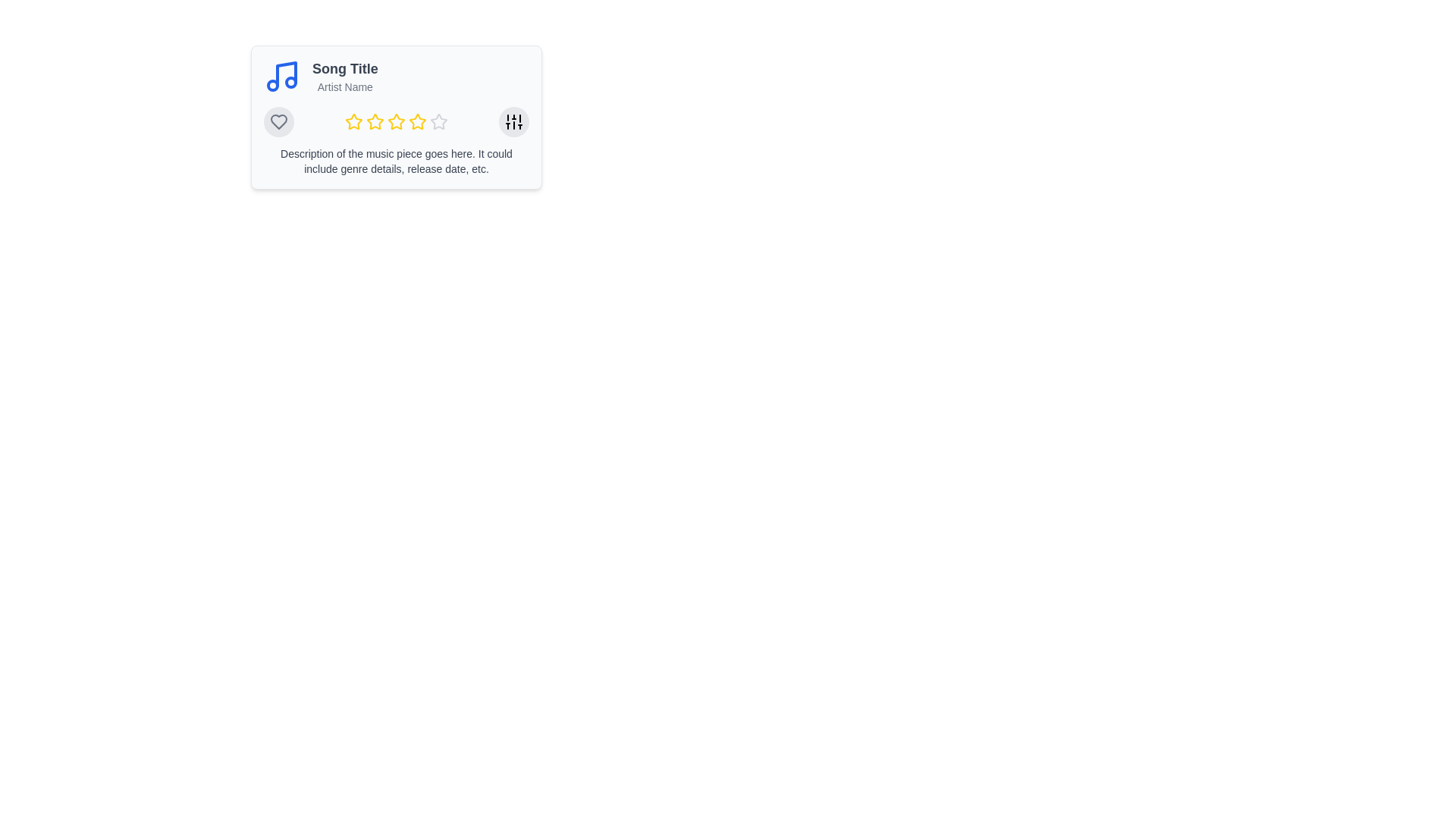  Describe the element at coordinates (513, 121) in the screenshot. I see `the settings button located within the music card layout, positioned to the far right adjacent to the star rating elements` at that location.